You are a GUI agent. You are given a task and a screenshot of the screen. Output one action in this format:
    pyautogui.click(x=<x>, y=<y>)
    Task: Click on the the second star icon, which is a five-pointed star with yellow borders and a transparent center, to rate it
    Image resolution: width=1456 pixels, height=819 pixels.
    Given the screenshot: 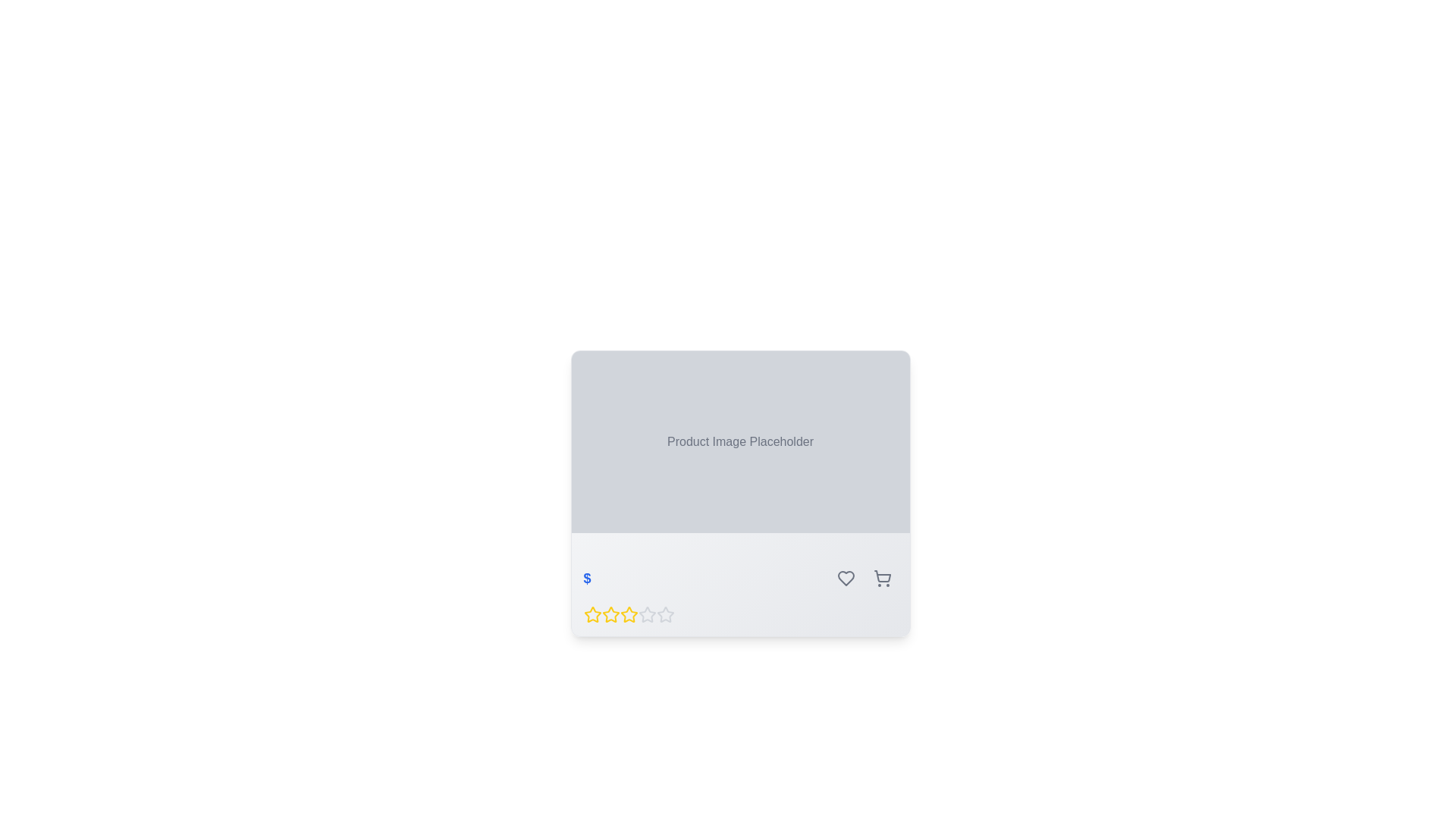 What is the action you would take?
    pyautogui.click(x=610, y=614)
    